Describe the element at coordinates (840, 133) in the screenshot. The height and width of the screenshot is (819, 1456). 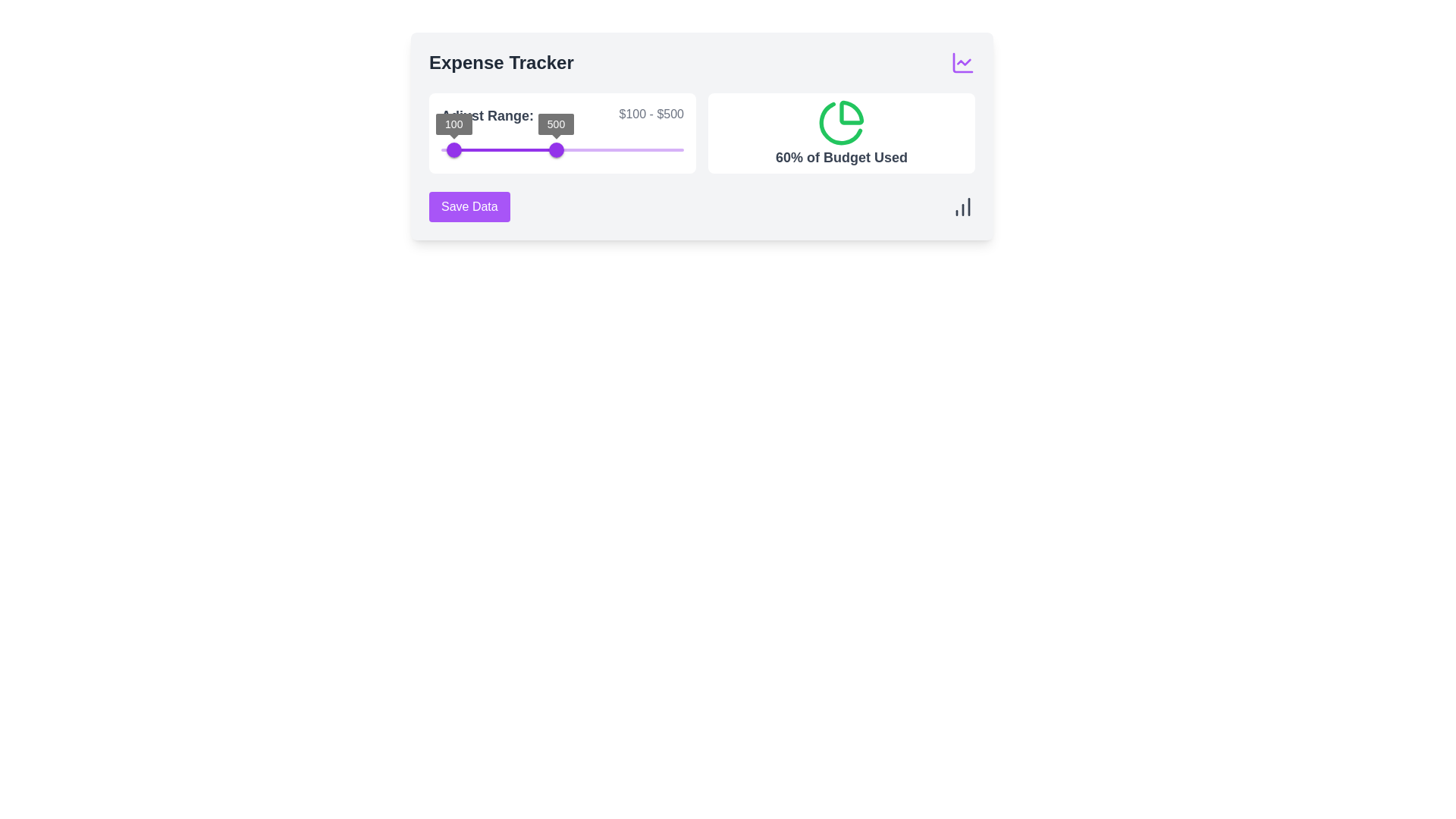
I see `the Informative card displaying '60% of Budget Used' with a green pie chart icon at the top` at that location.